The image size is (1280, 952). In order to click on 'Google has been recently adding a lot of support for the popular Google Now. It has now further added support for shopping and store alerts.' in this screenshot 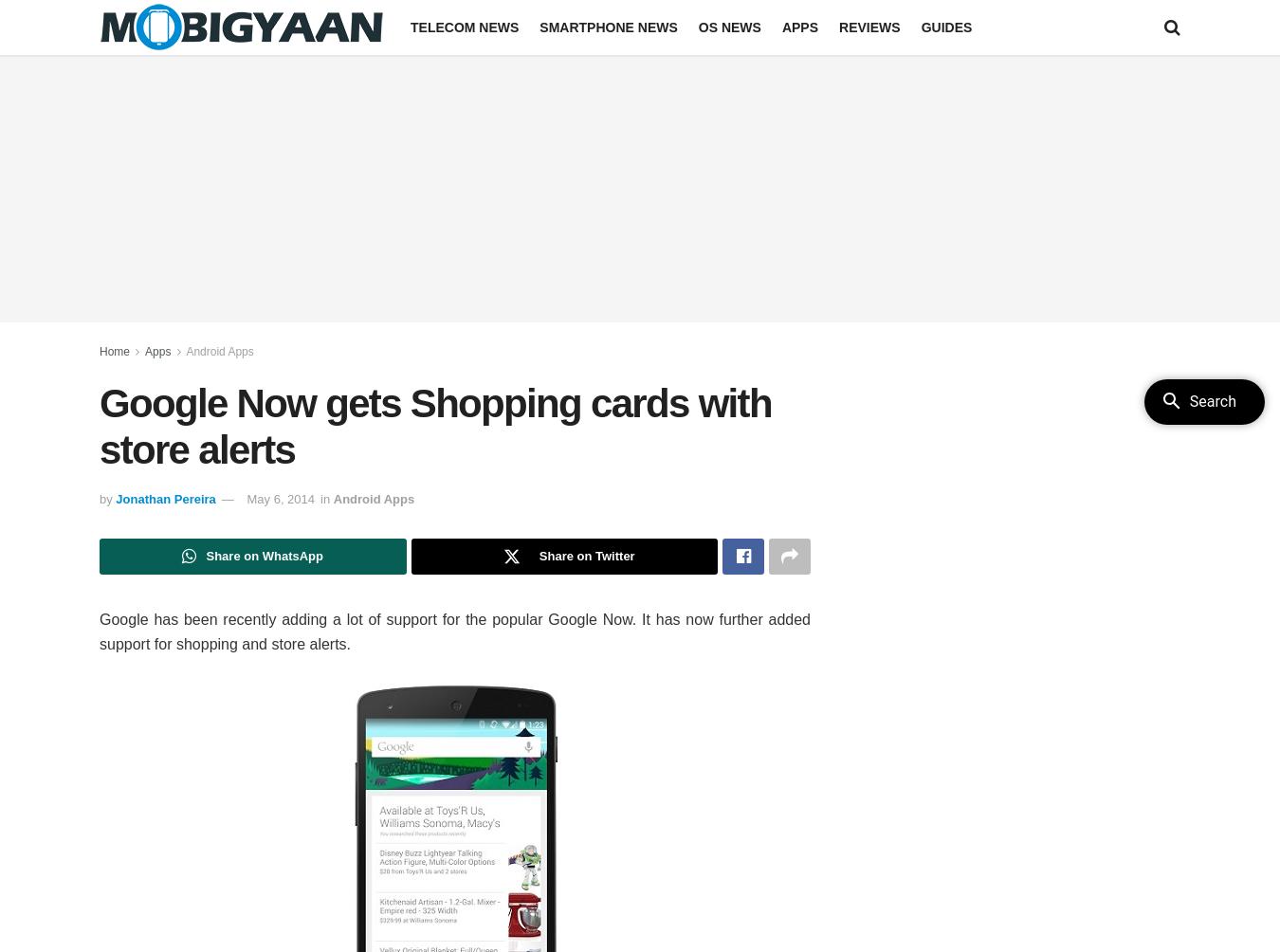, I will do `click(454, 631)`.